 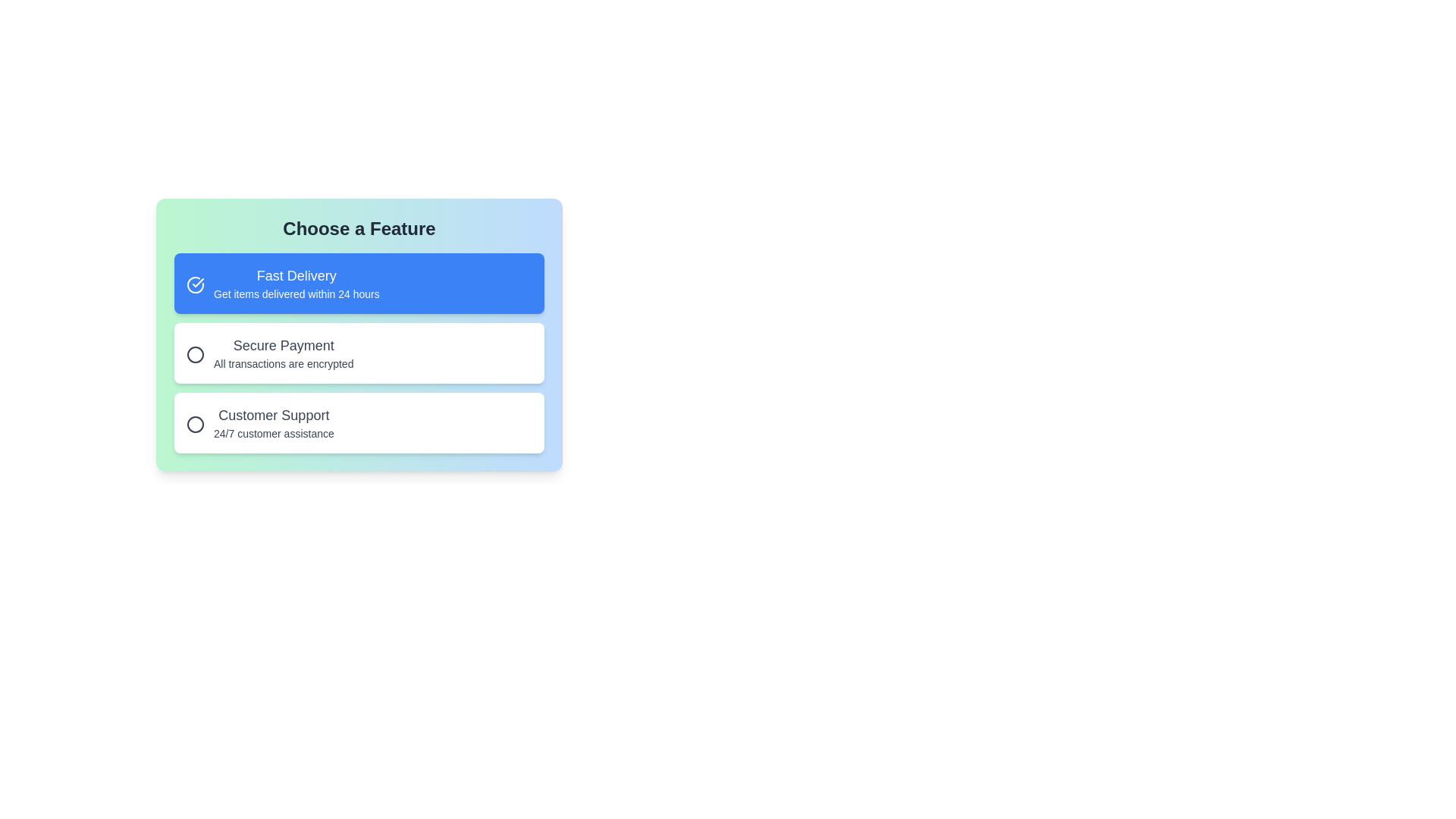 What do you see at coordinates (297, 275) in the screenshot?
I see `the 'Fast Delivery' text label, which serves as the title for the feature description indicating fast delivery services, located at the top of the feature selection interface` at bounding box center [297, 275].